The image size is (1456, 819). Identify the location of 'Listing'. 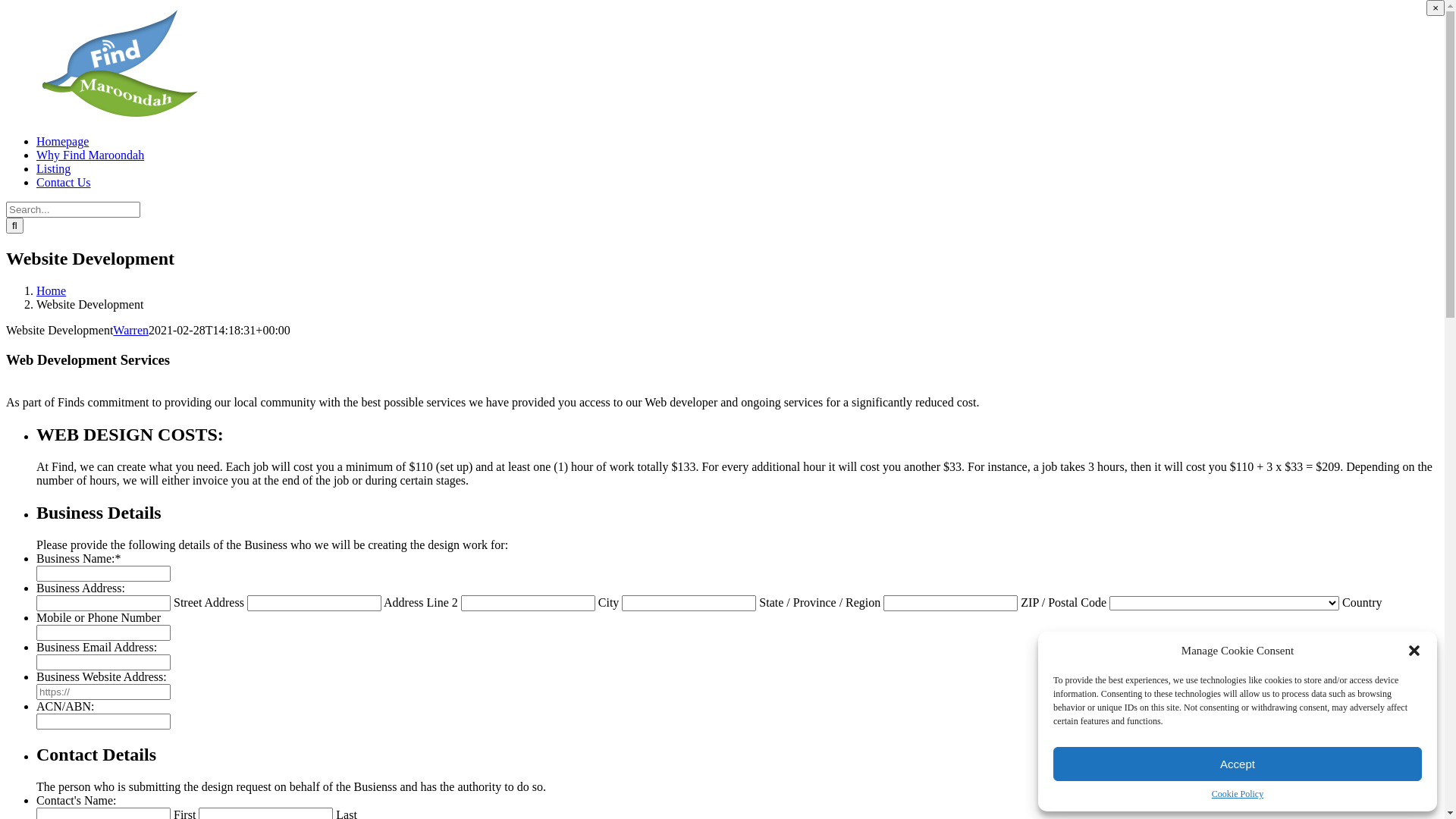
(53, 168).